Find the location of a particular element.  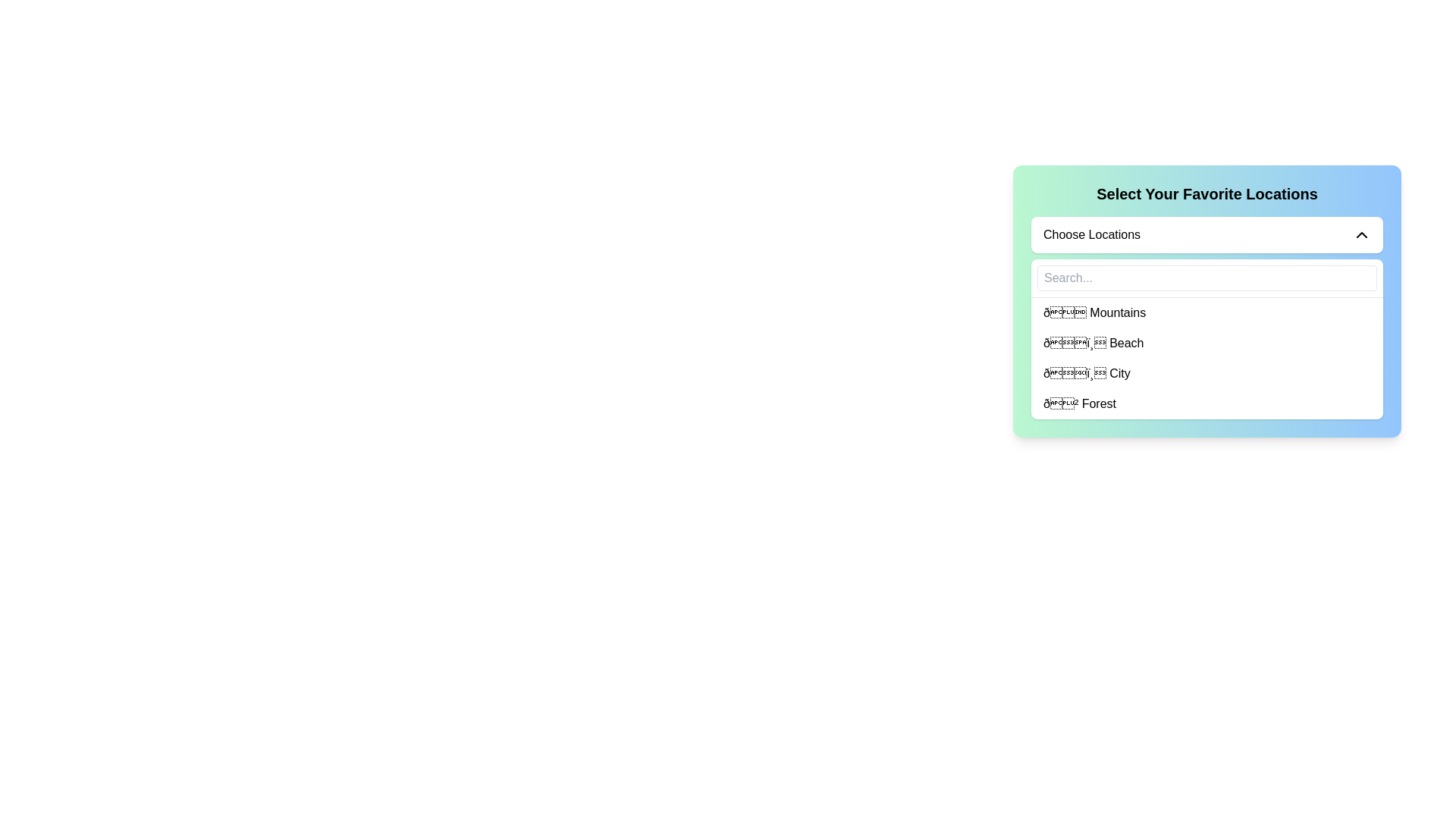

the '🏖️ Beach' icon in the dropdown options list, which is the first item below the search field in the upper right area of the interface is located at coordinates (1074, 343).